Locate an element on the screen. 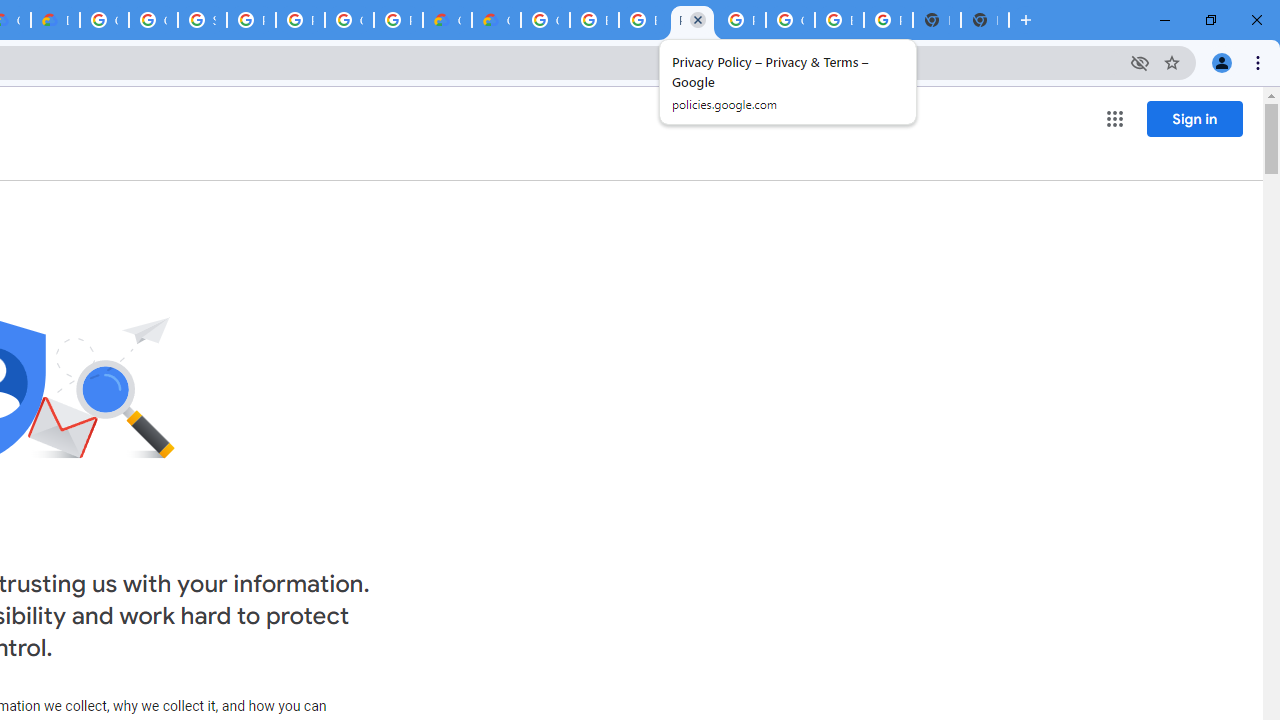 The height and width of the screenshot is (720, 1280). 'Browse Chrome as a guest - Computer - Google Chrome Help' is located at coordinates (643, 20).